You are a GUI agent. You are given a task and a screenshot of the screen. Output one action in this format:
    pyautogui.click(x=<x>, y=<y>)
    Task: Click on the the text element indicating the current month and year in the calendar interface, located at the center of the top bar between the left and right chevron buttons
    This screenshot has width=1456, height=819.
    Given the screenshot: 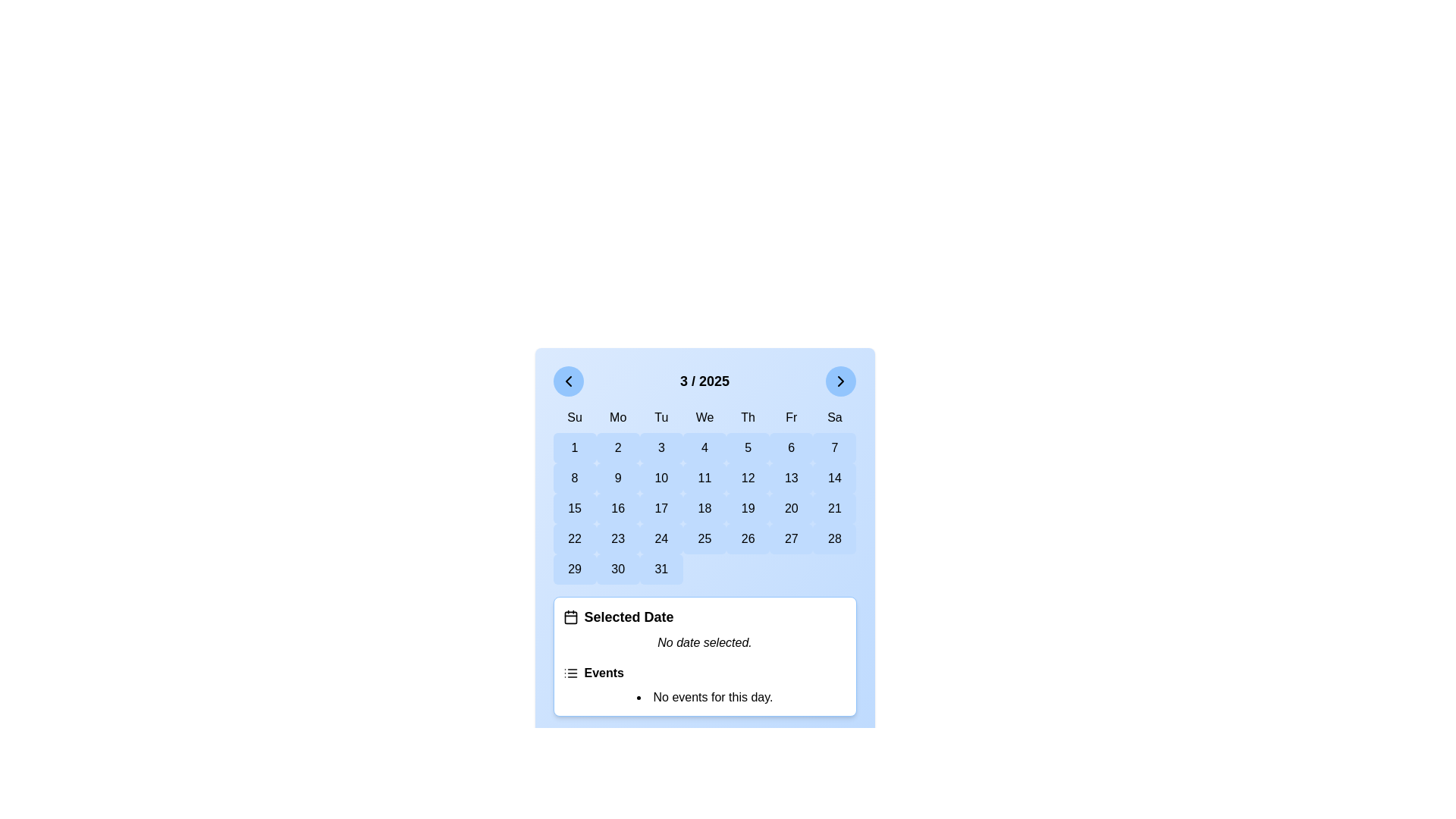 What is the action you would take?
    pyautogui.click(x=704, y=380)
    